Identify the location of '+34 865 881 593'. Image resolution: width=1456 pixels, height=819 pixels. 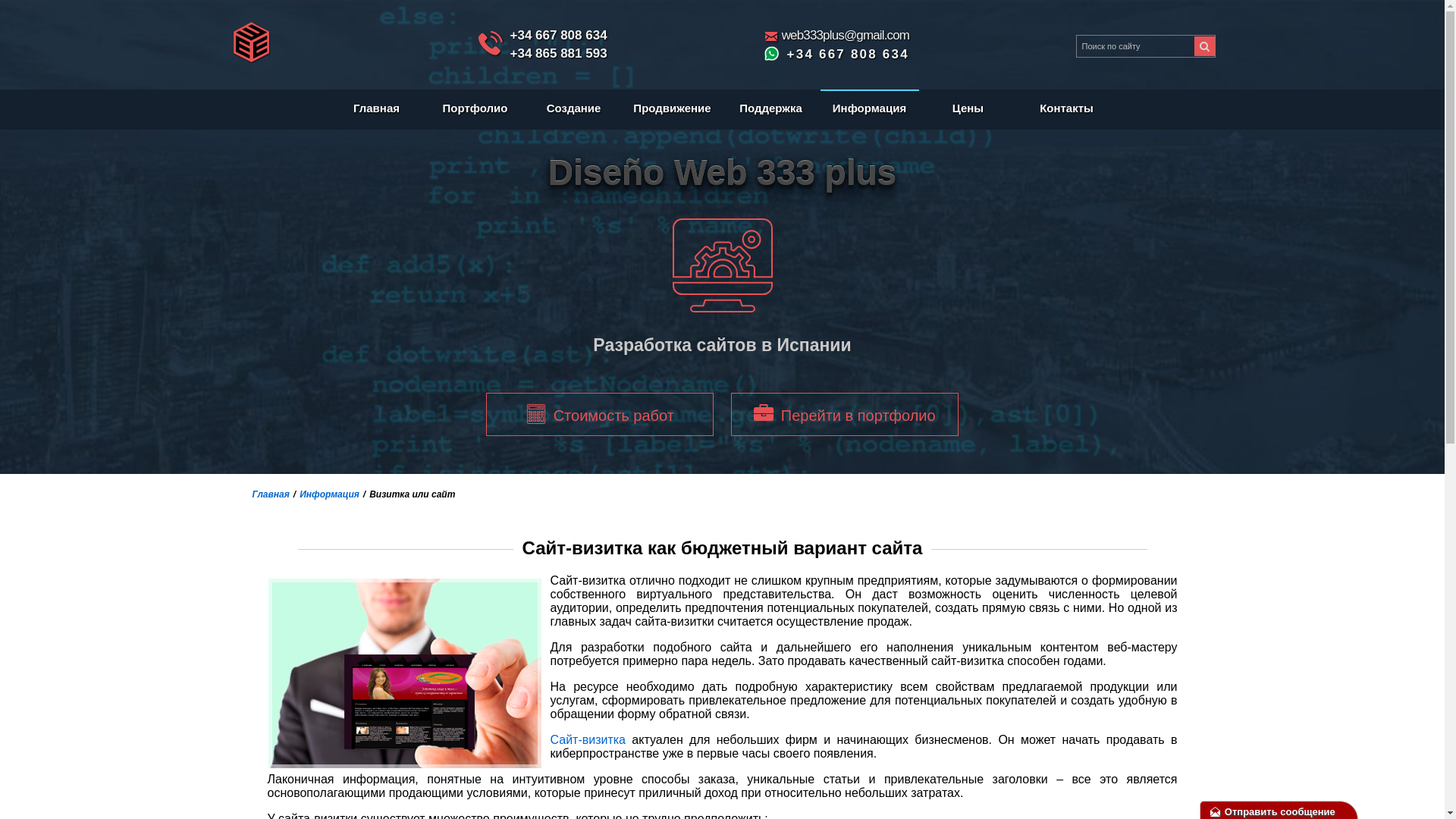
(557, 52).